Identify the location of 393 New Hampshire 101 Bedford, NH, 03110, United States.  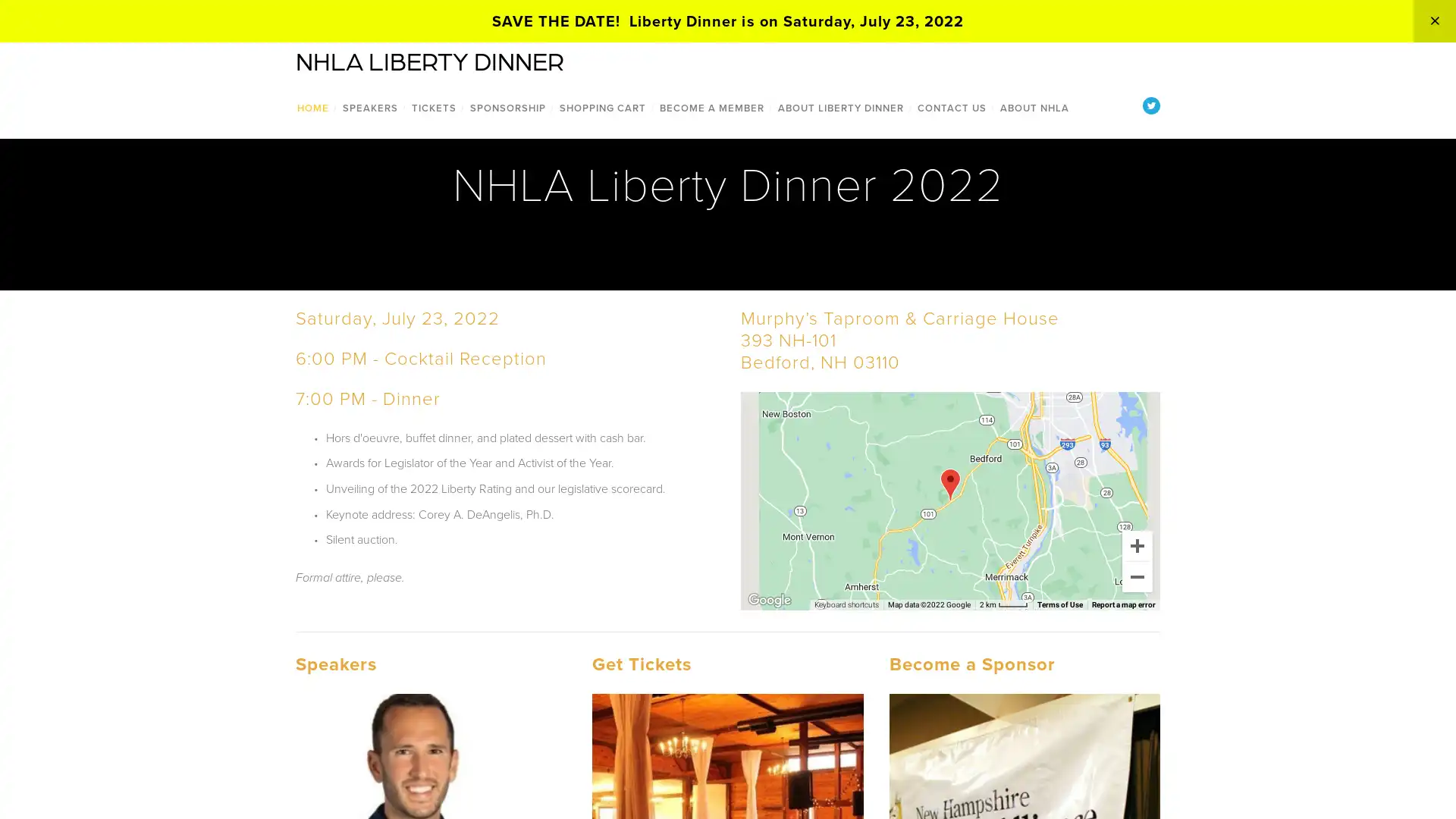
(949, 484).